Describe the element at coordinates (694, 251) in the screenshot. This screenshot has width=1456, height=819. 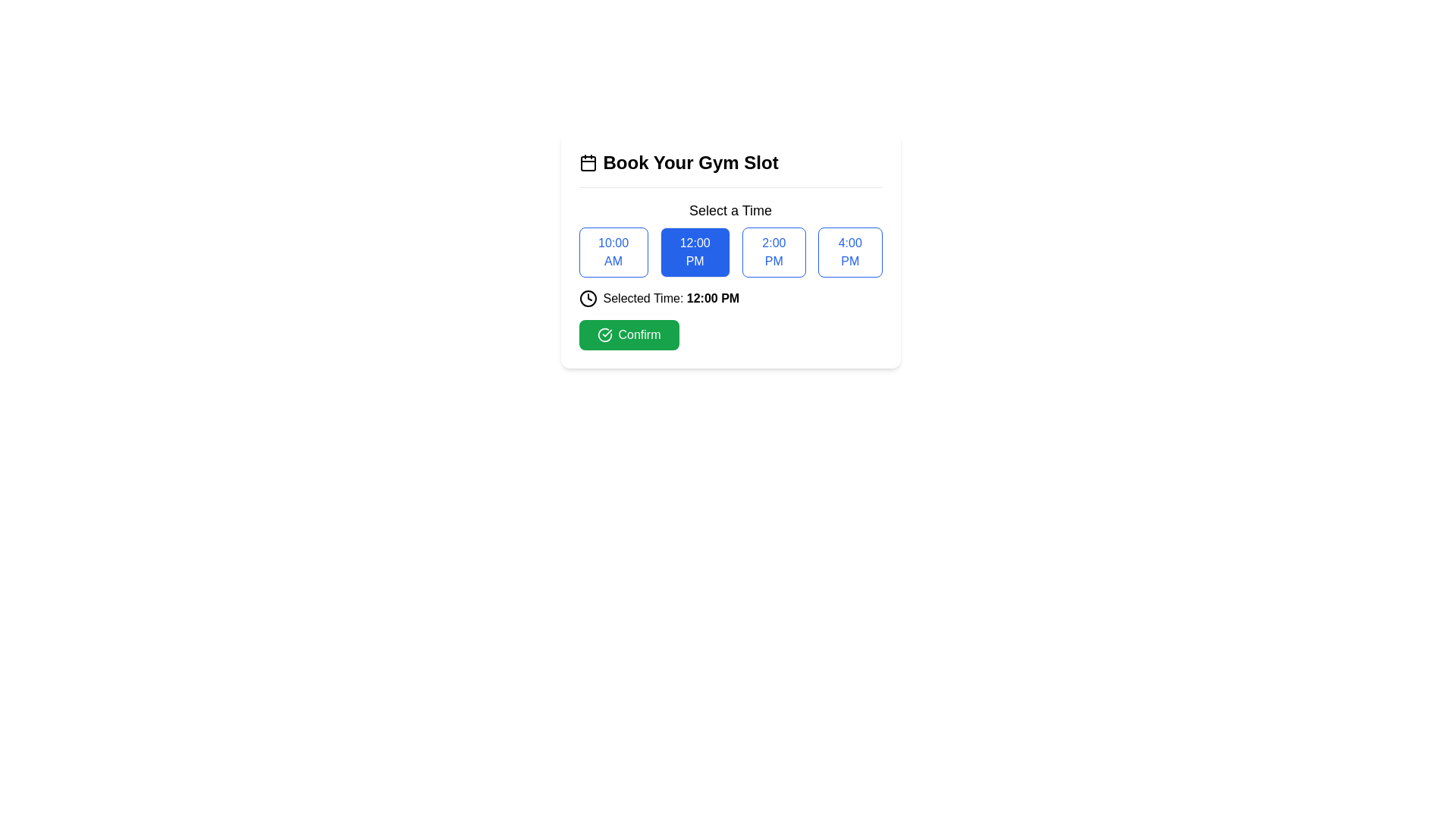
I see `the interactive button labeled '12:00 PM'` at that location.